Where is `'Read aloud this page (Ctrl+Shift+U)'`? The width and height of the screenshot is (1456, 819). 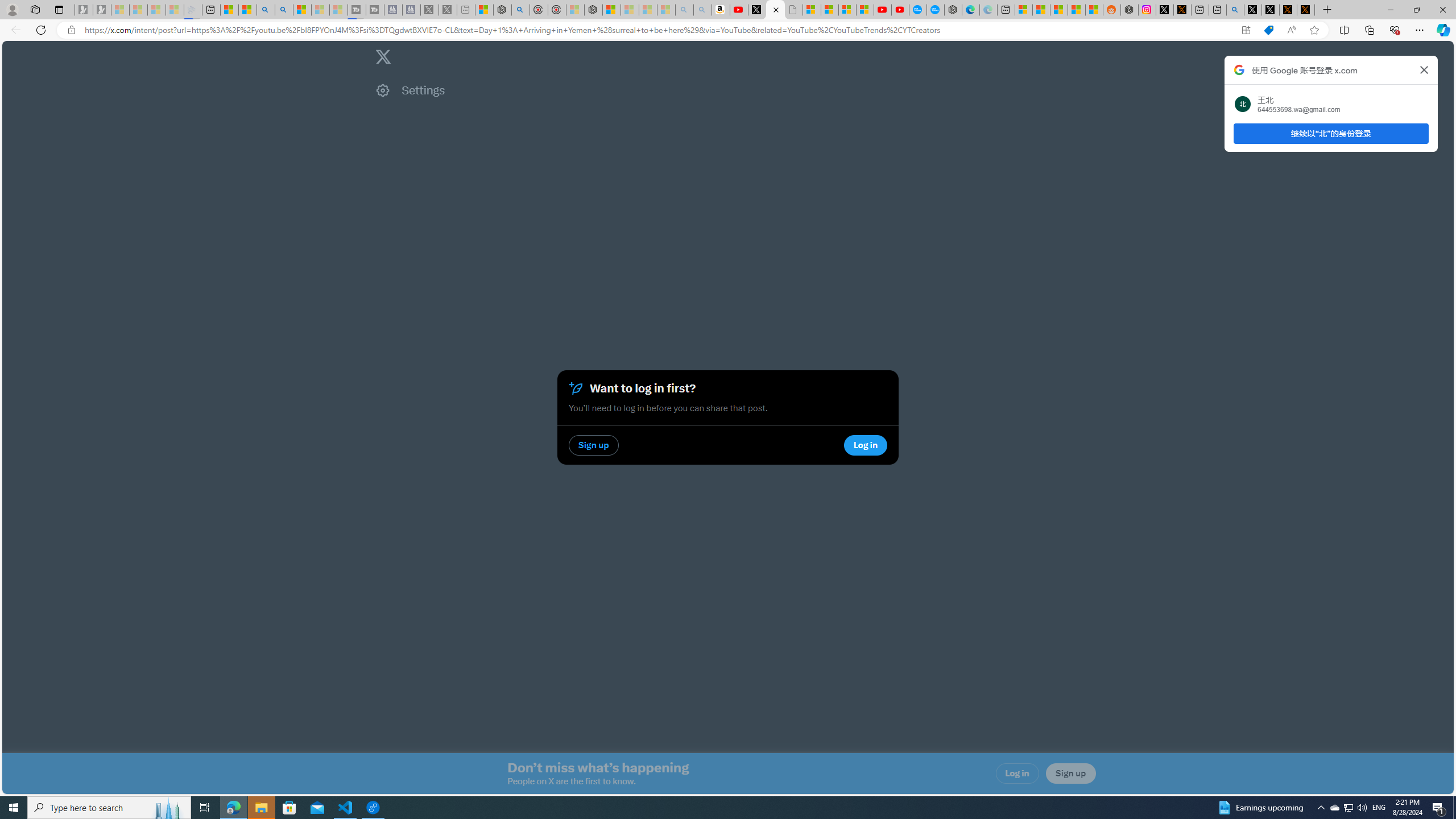 'Read aloud this page (Ctrl+Shift+U)' is located at coordinates (1291, 30).